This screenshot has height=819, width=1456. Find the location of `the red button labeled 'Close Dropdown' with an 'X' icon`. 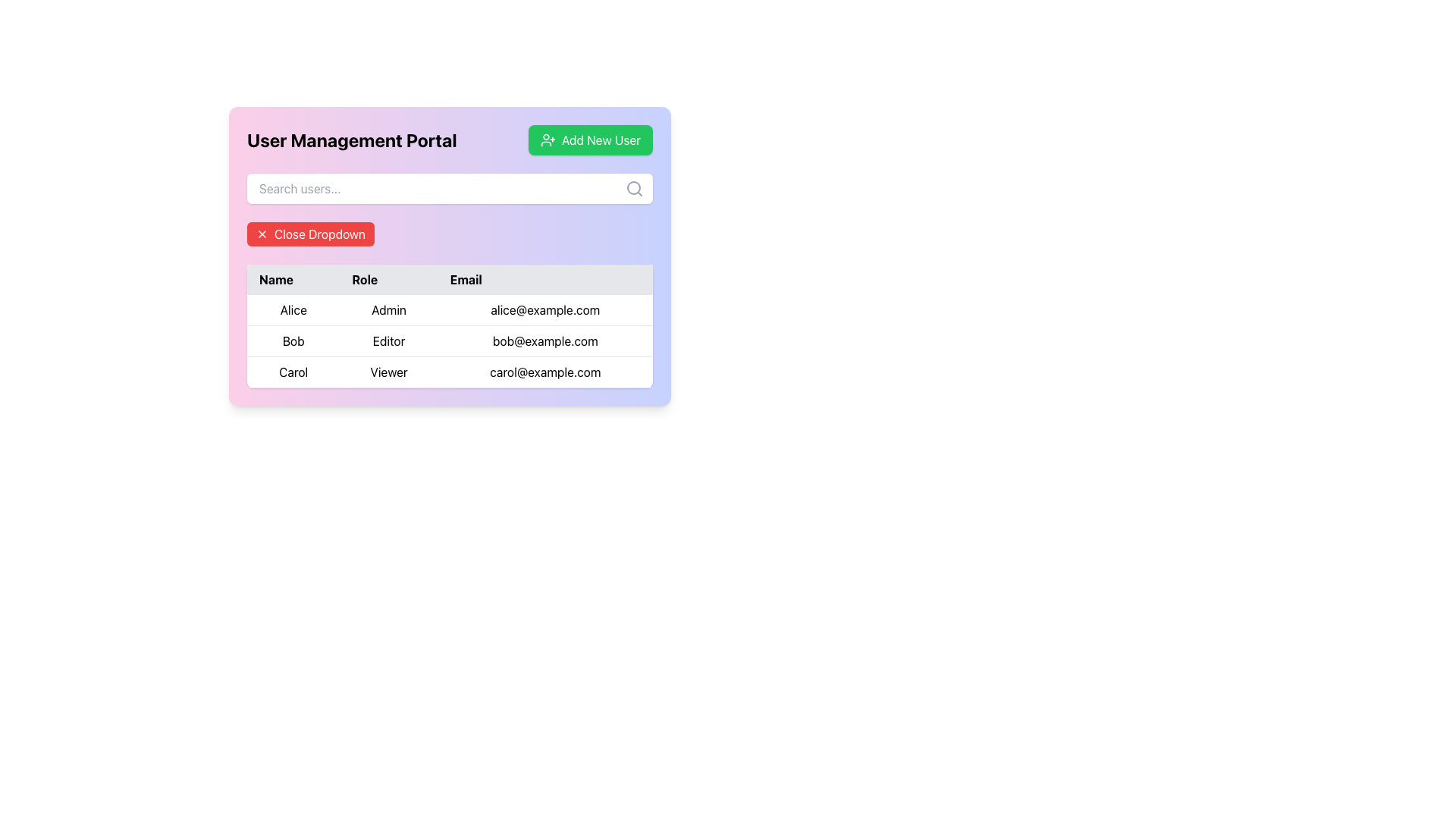

the red button labeled 'Close Dropdown' with an 'X' icon is located at coordinates (309, 234).